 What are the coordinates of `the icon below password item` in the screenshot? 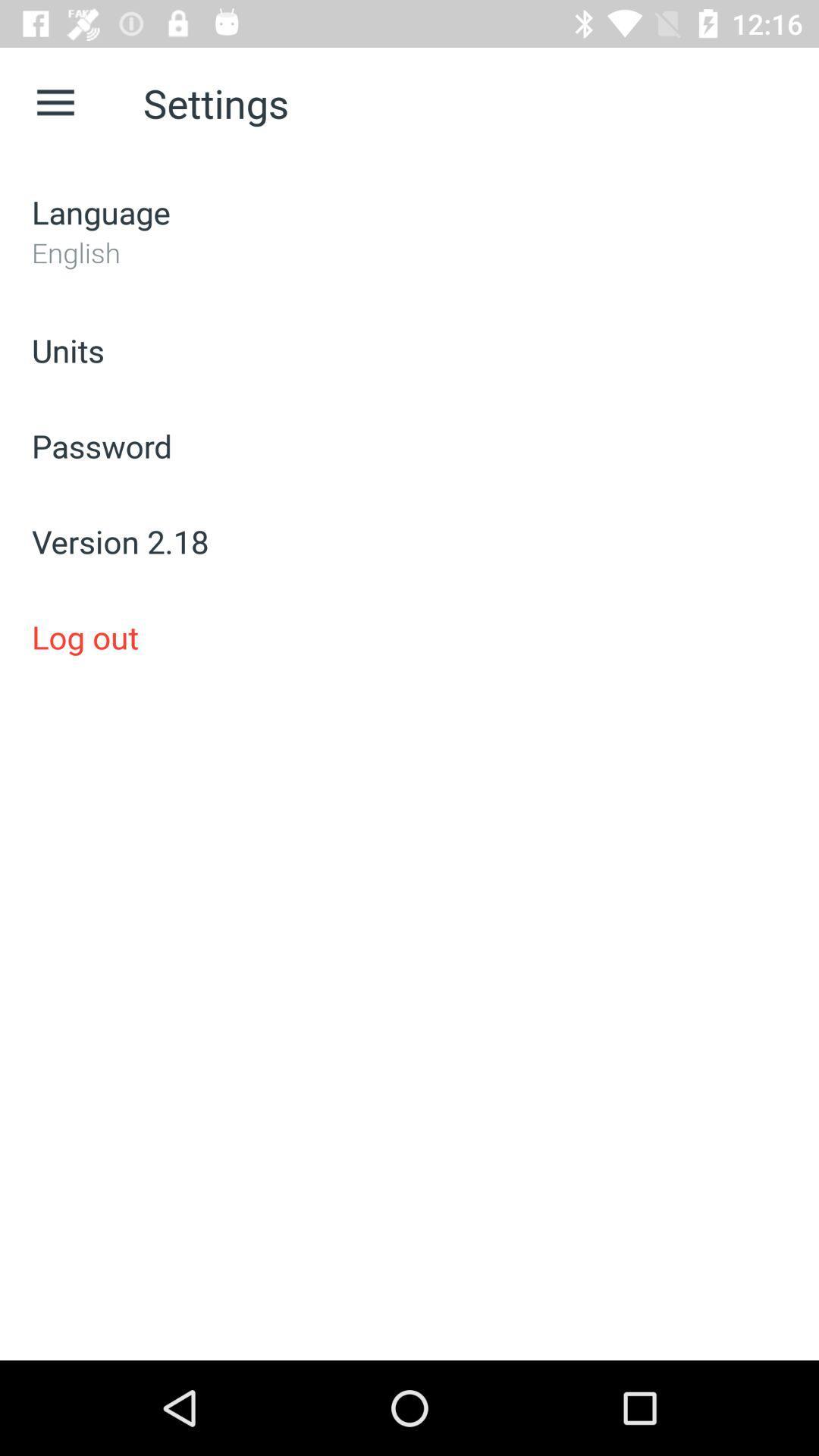 It's located at (409, 541).